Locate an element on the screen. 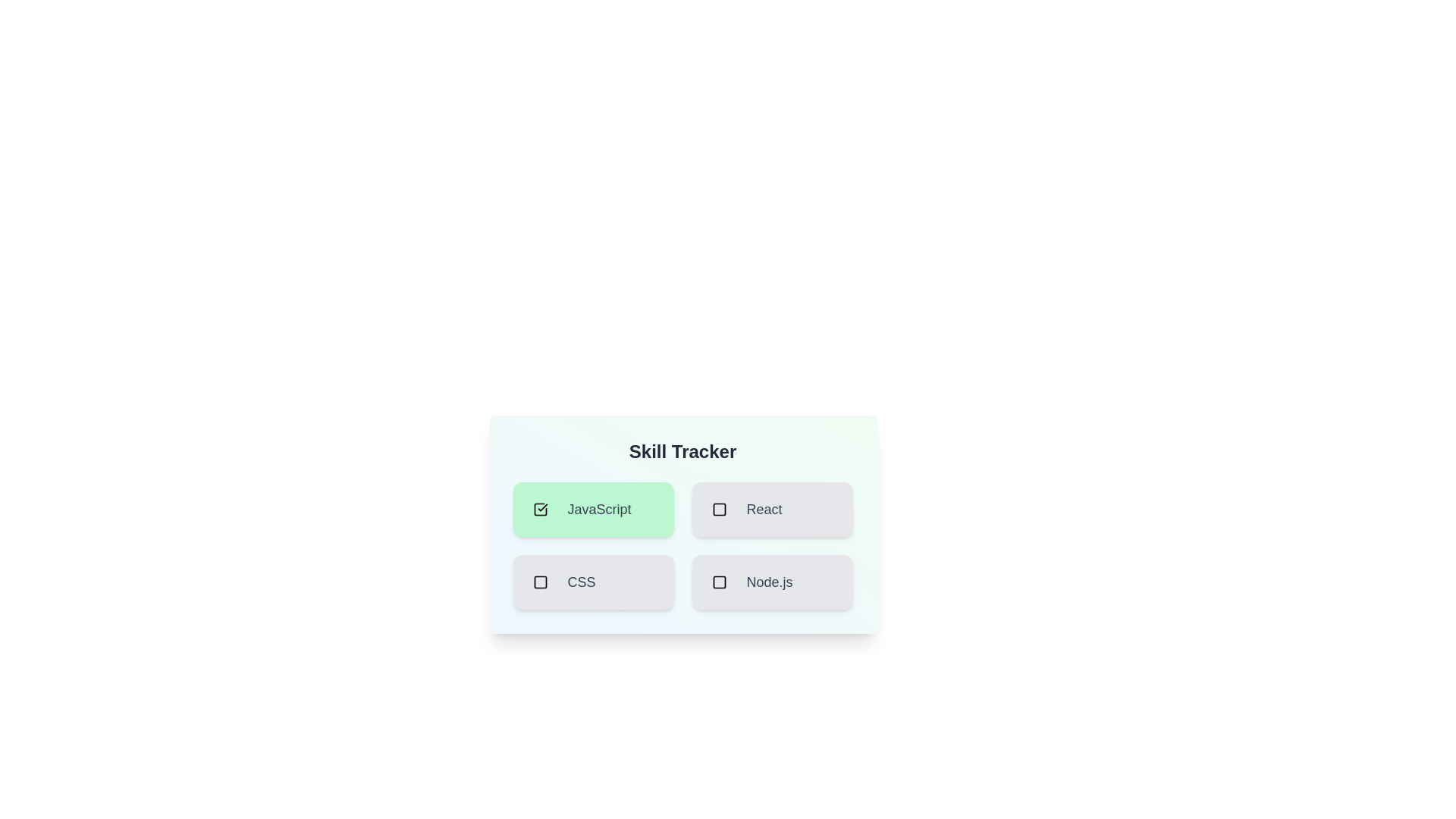 The image size is (1456, 819). the skill JavaScript by clicking its checkbox is located at coordinates (540, 509).